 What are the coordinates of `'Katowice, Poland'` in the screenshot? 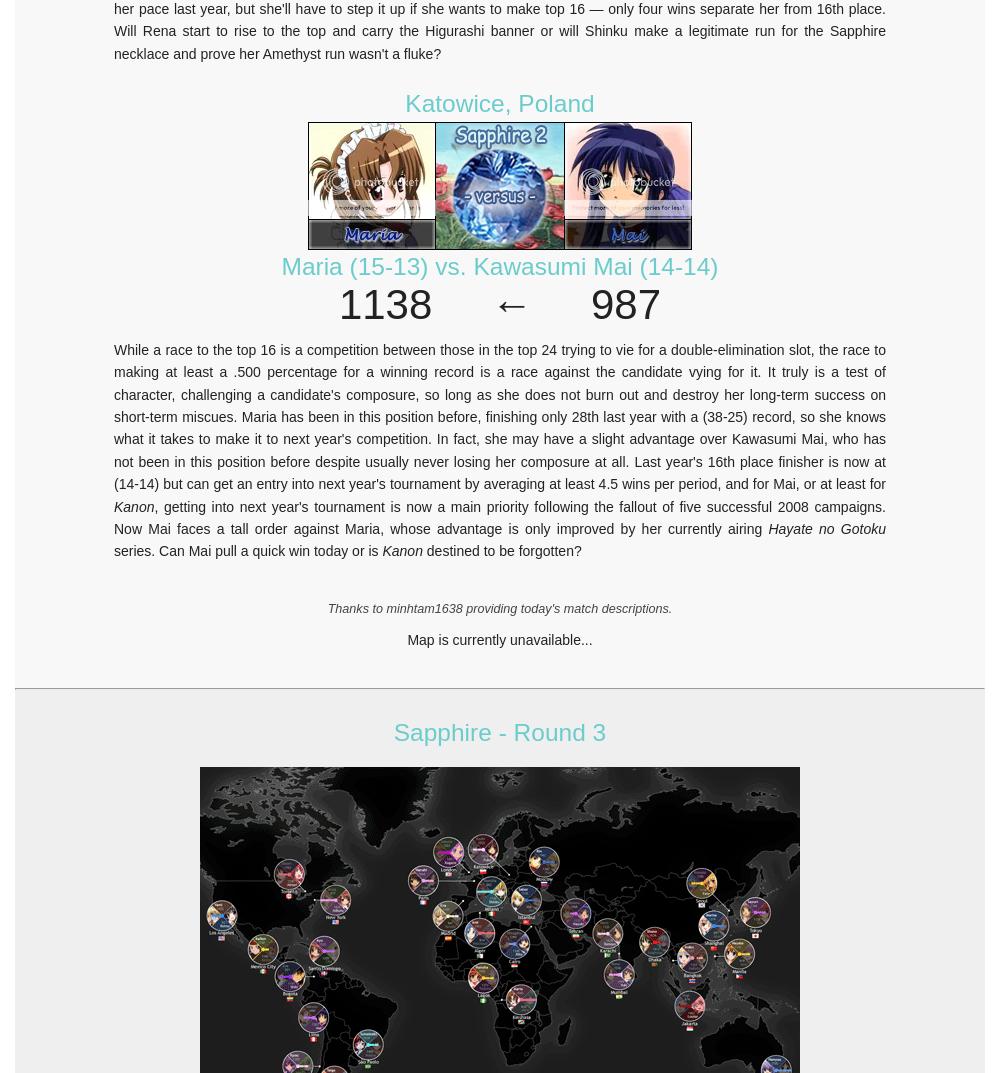 It's located at (405, 103).